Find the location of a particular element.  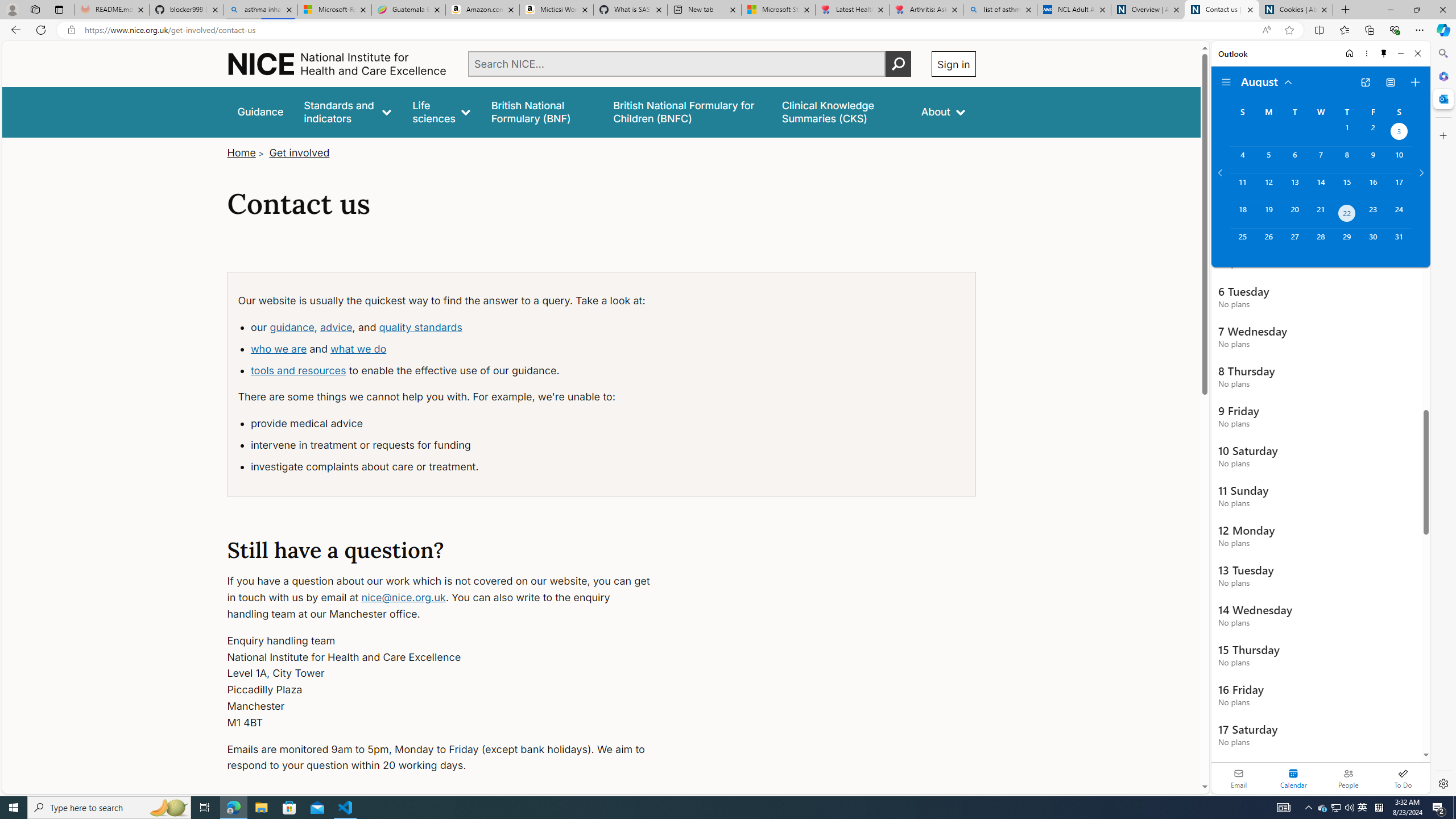

'Saturday, August 24, 2024. ' is located at coordinates (1399, 214).